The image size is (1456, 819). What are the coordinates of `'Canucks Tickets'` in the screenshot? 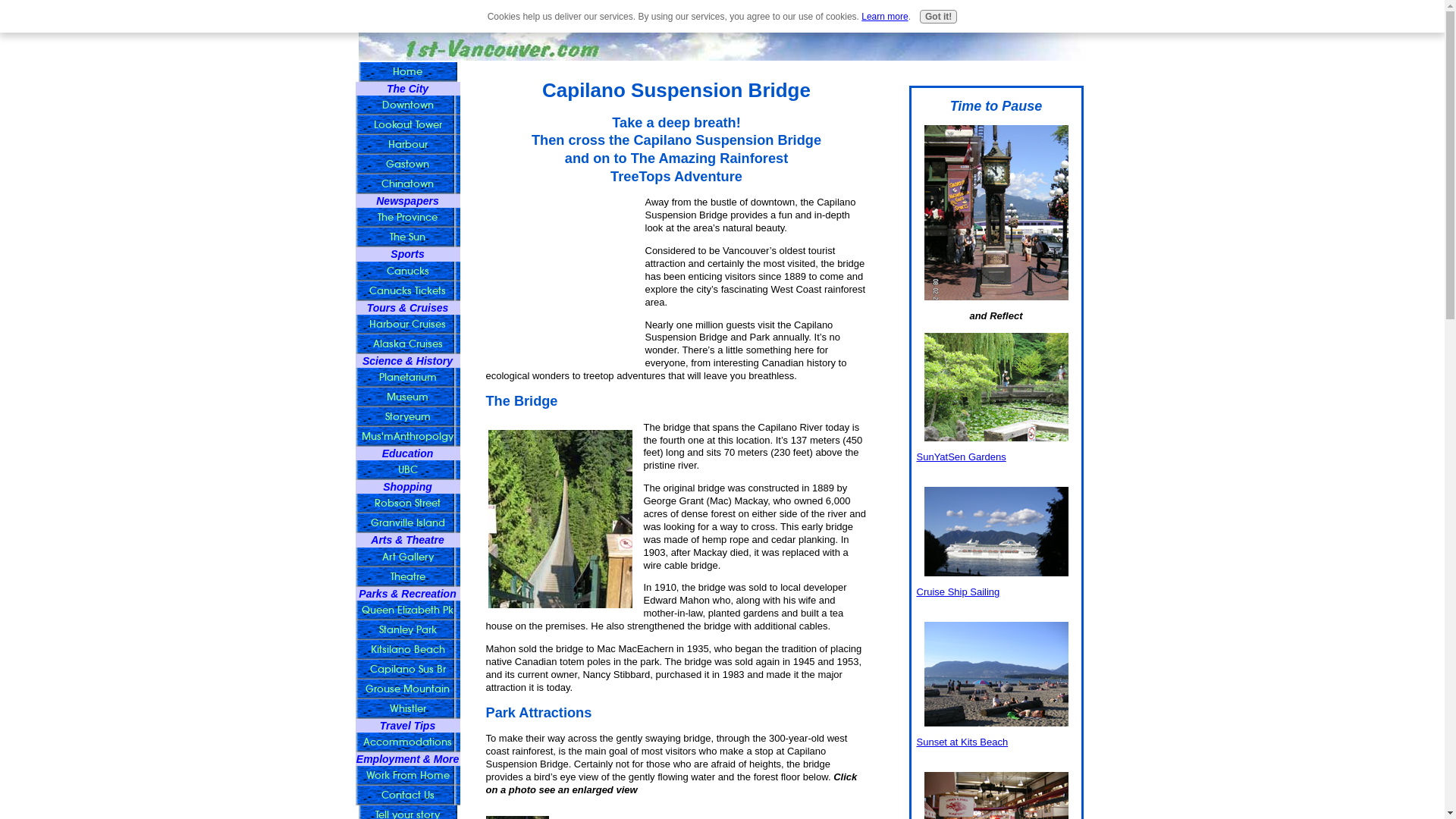 It's located at (407, 291).